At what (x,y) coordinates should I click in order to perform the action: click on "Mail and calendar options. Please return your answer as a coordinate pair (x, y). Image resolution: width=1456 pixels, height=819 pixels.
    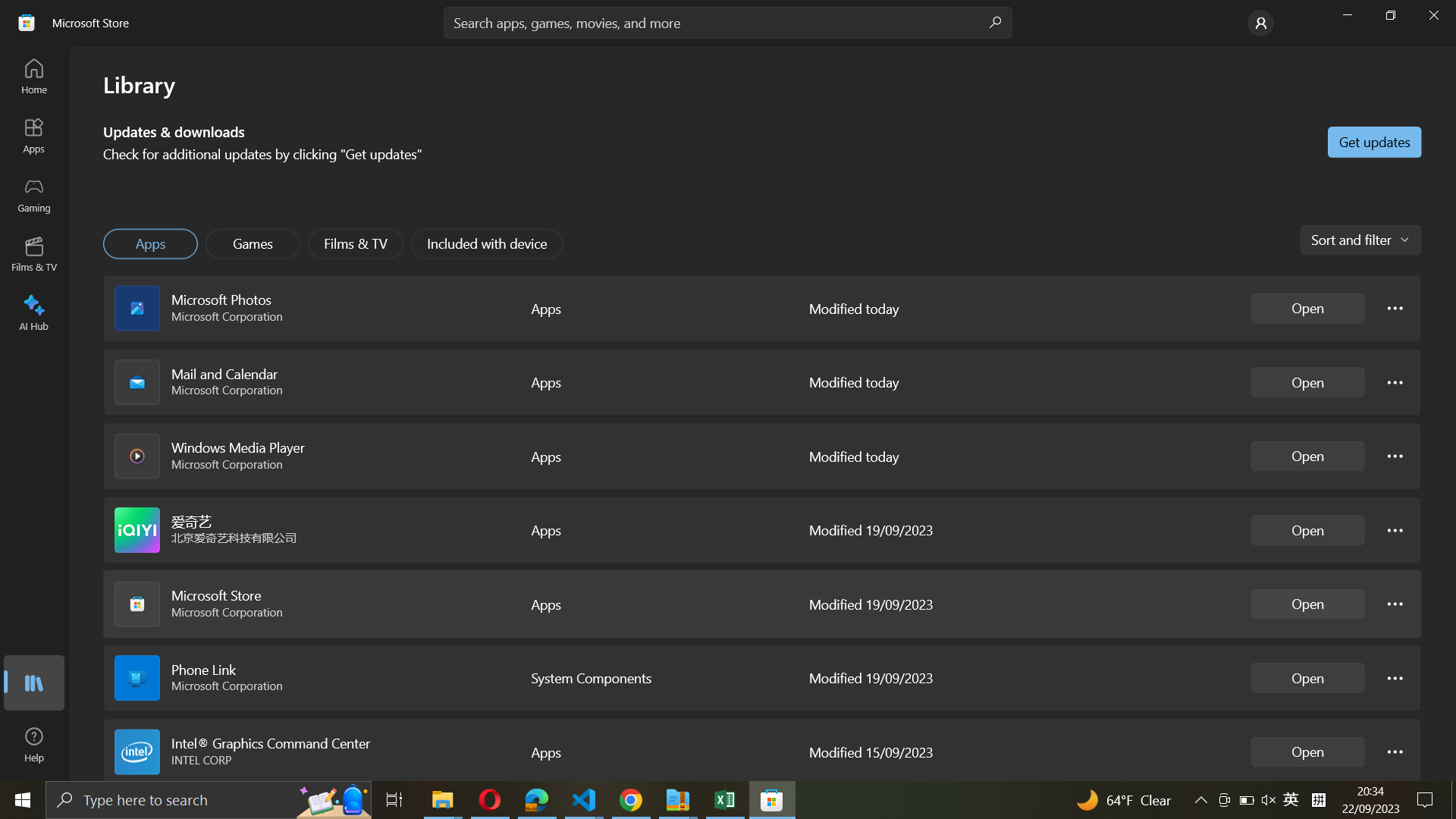
    Looking at the image, I should click on (1395, 379).